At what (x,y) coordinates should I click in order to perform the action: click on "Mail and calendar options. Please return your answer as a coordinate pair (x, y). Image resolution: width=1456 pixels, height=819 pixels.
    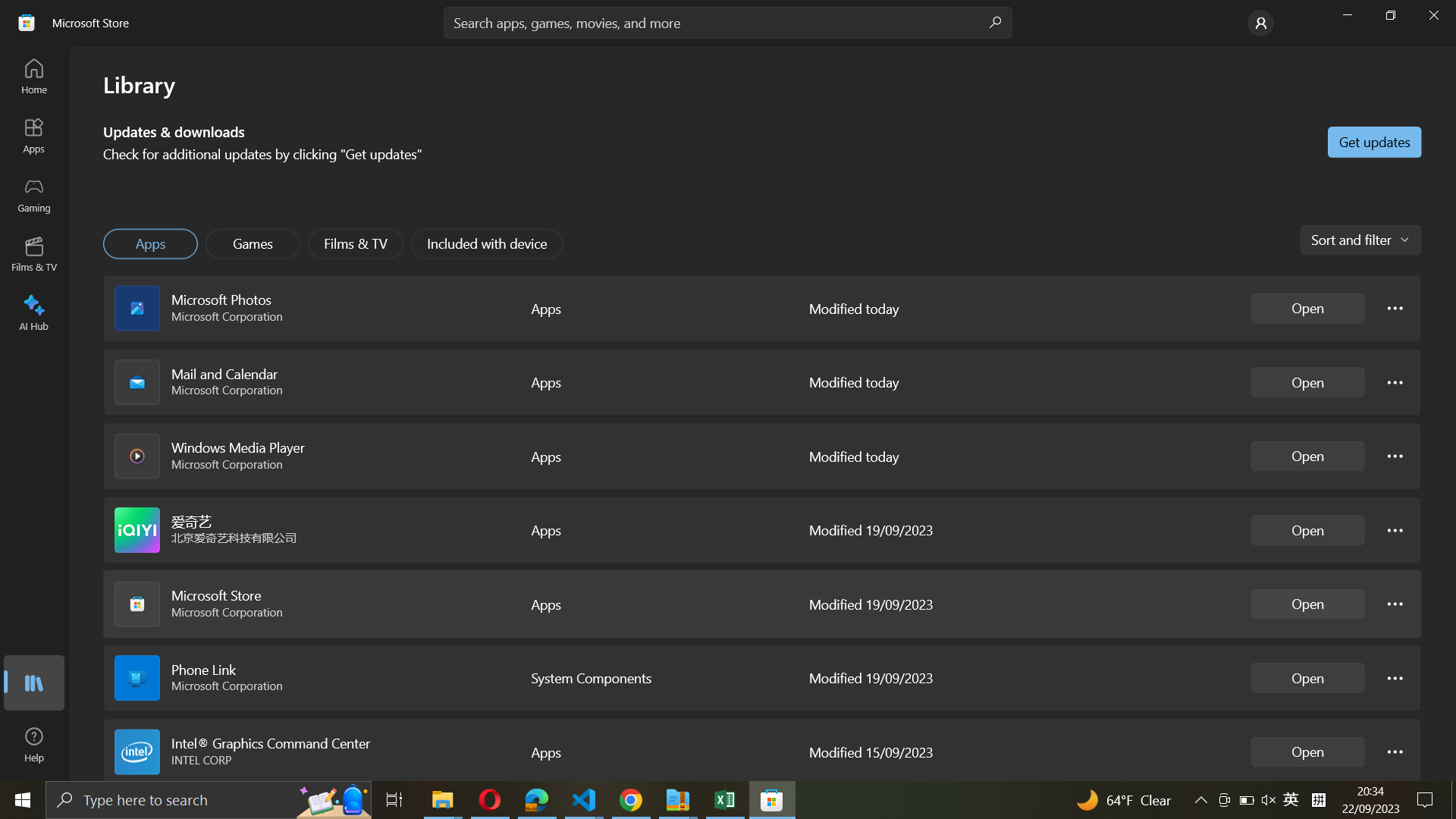
    Looking at the image, I should click on (1395, 379).